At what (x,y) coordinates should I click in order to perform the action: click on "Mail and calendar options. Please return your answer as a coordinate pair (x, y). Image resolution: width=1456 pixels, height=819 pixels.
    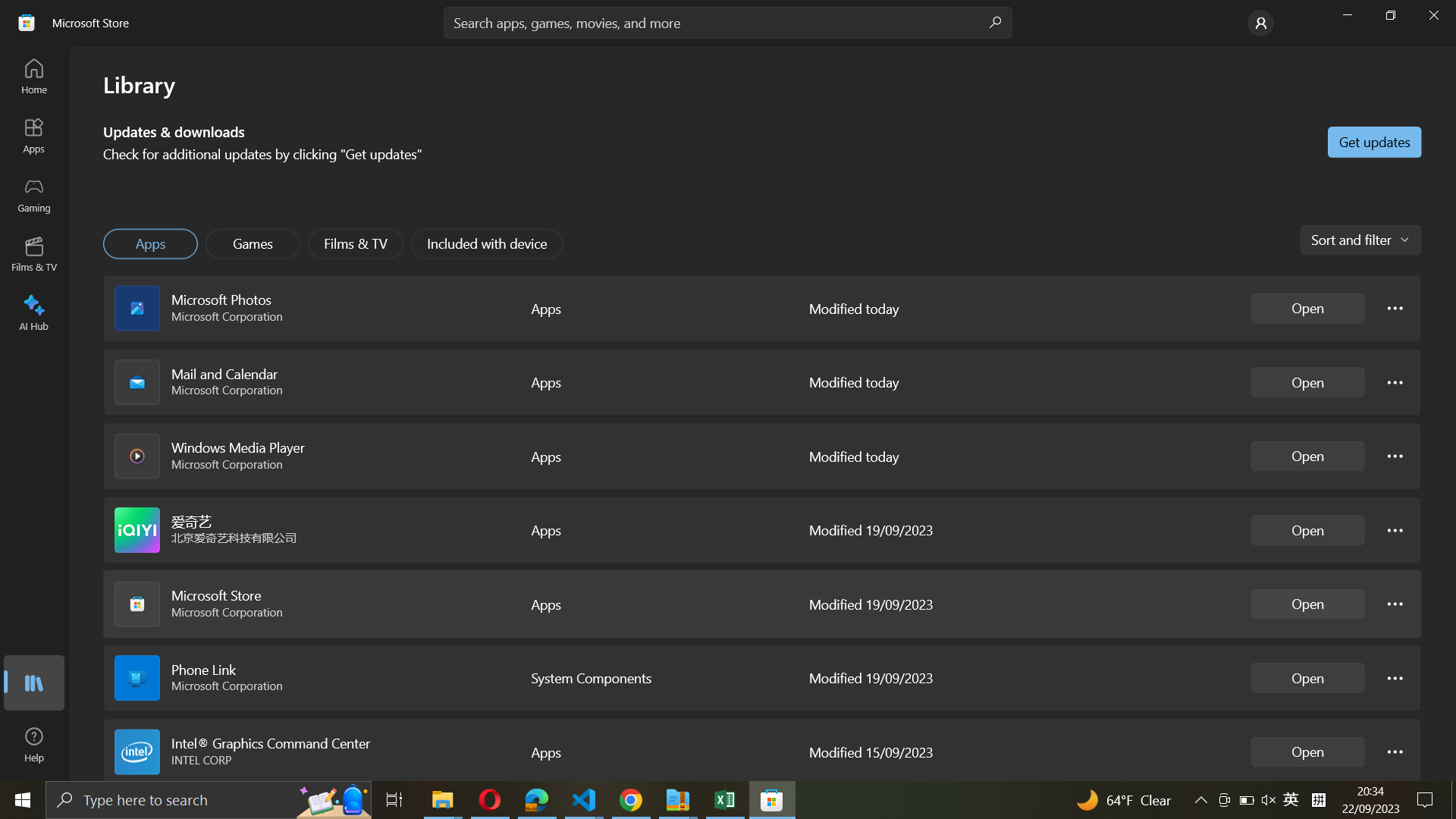
    Looking at the image, I should click on (1395, 379).